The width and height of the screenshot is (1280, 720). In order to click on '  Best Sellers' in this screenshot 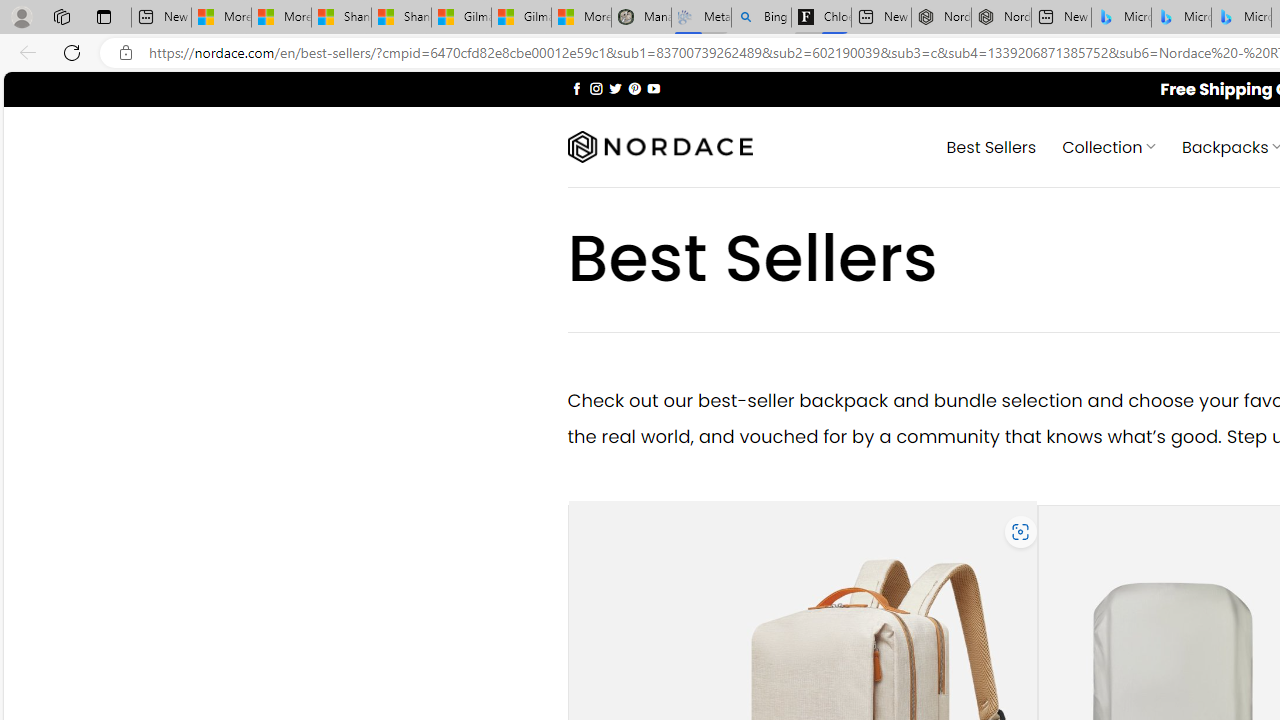, I will do `click(991, 145)`.